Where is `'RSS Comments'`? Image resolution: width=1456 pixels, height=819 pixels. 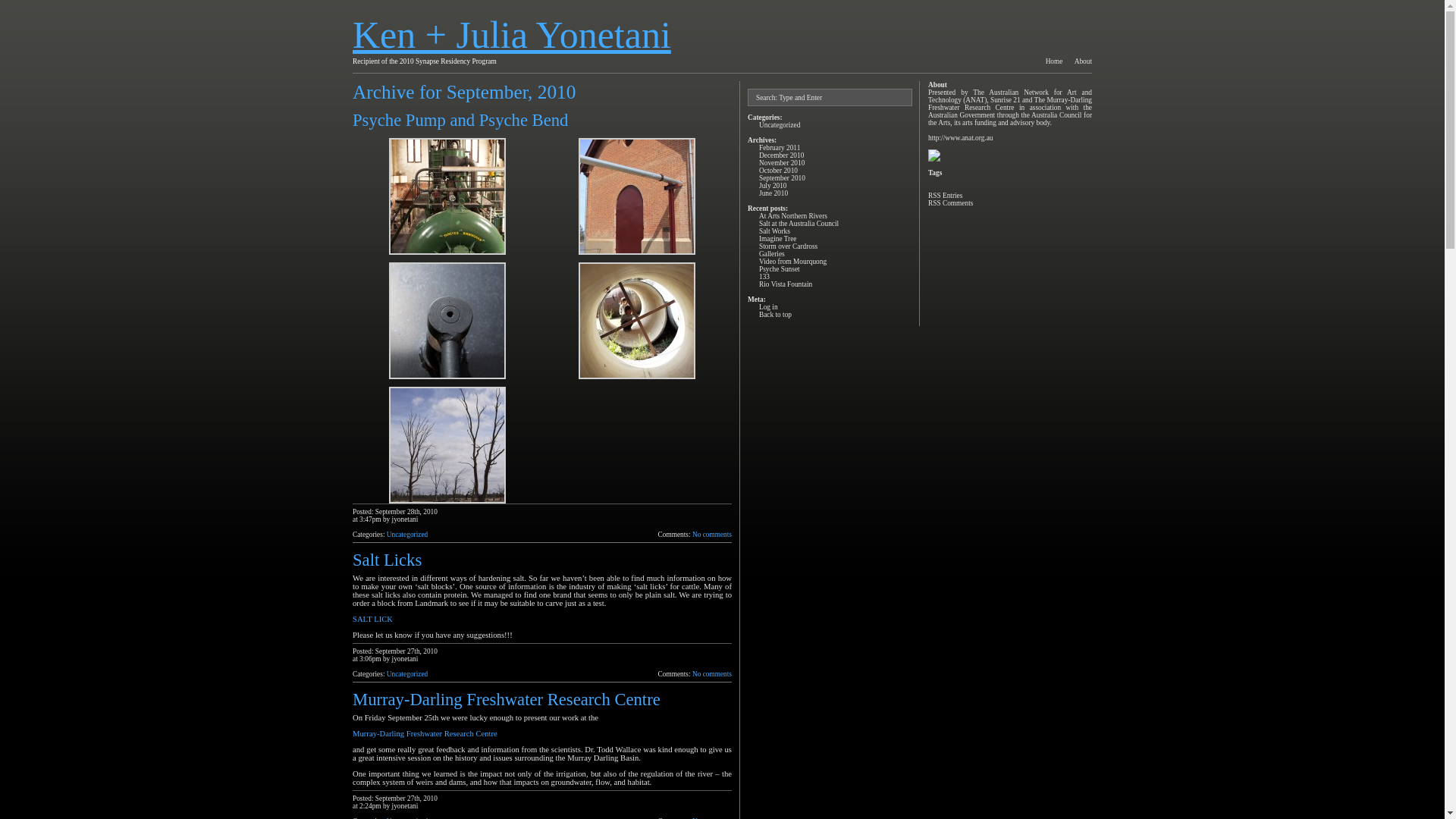 'RSS Comments' is located at coordinates (949, 202).